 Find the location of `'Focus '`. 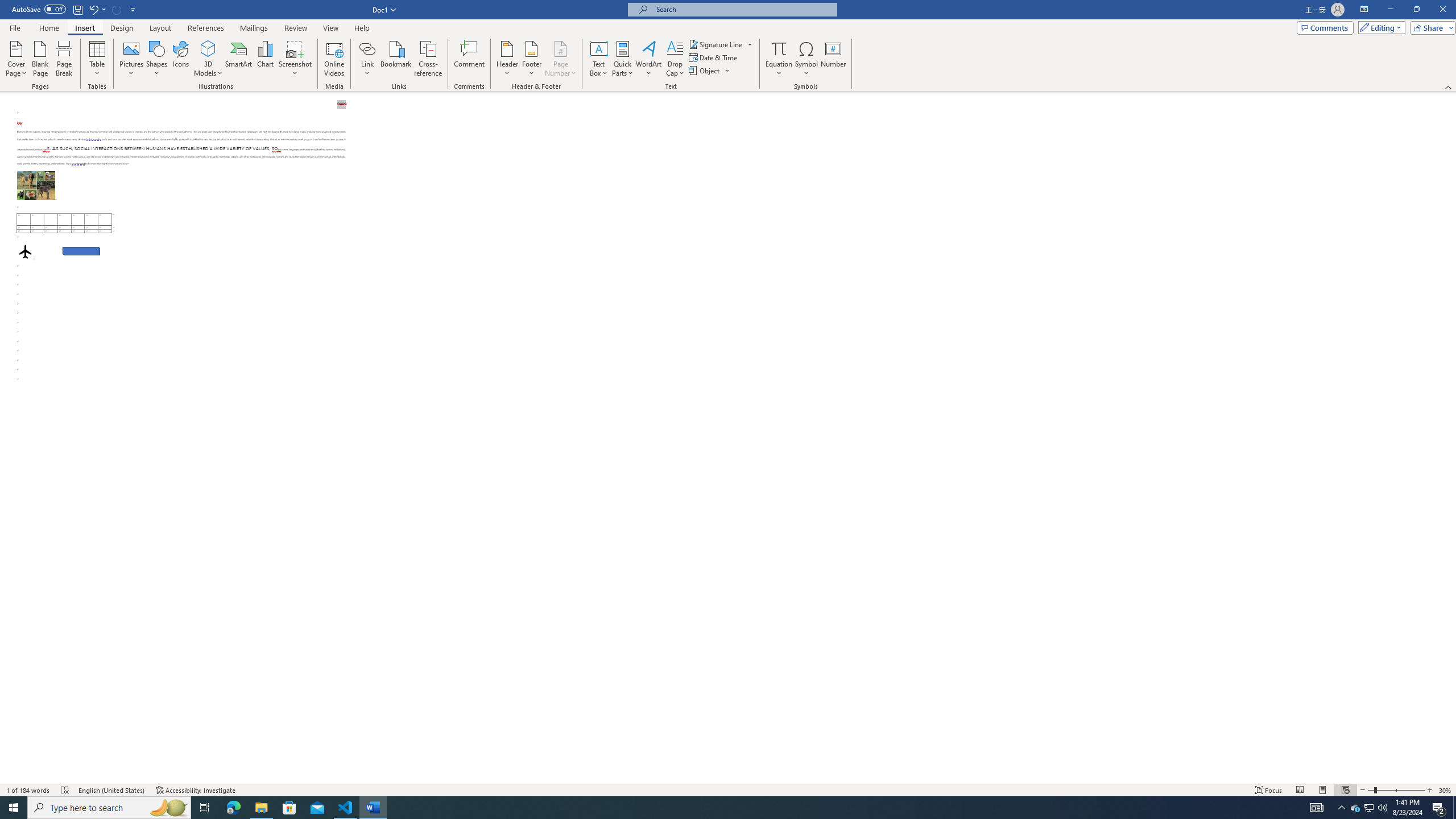

'Focus ' is located at coordinates (1268, 790).